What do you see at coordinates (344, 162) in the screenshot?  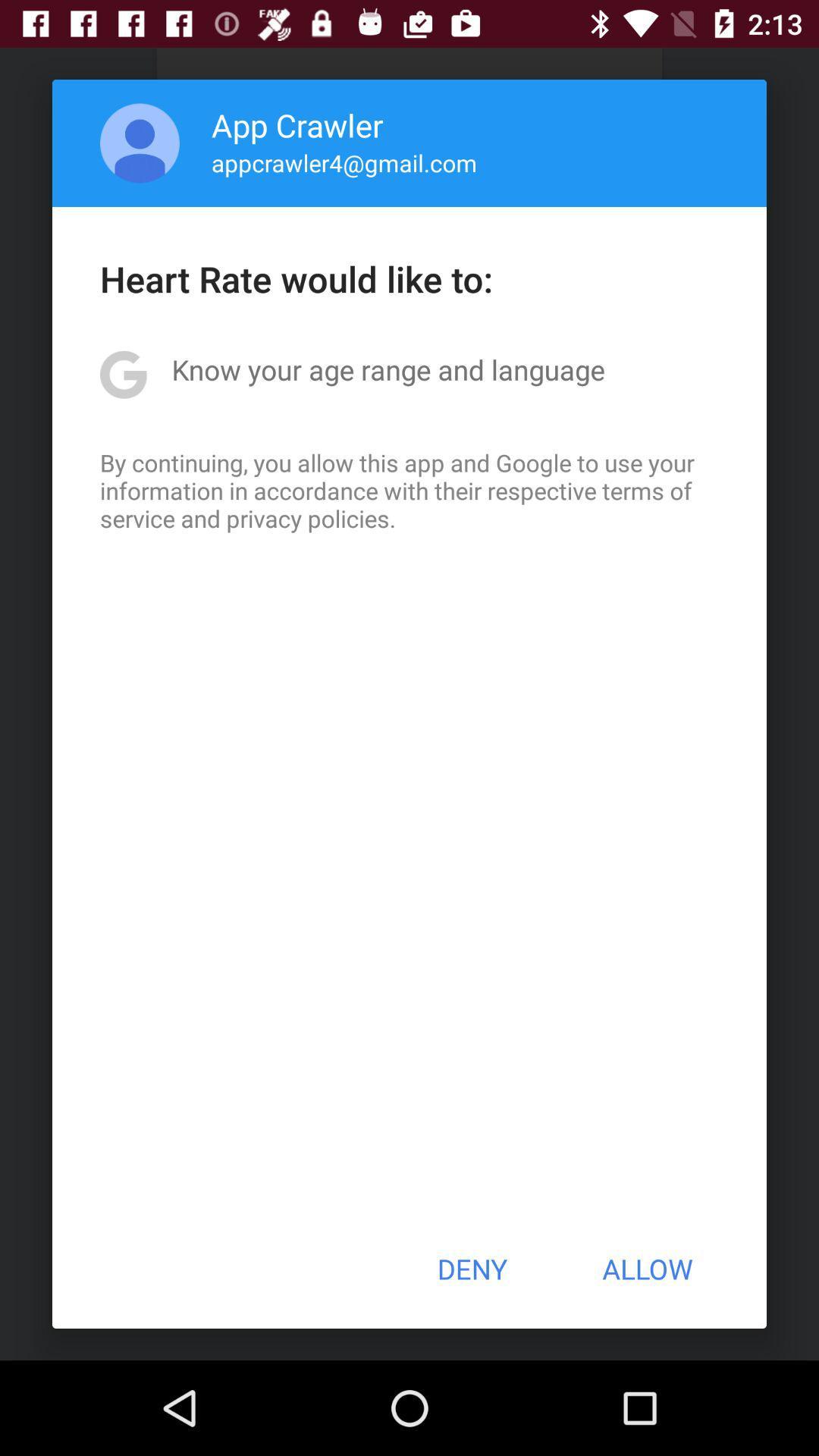 I see `item above the heart rate would icon` at bounding box center [344, 162].